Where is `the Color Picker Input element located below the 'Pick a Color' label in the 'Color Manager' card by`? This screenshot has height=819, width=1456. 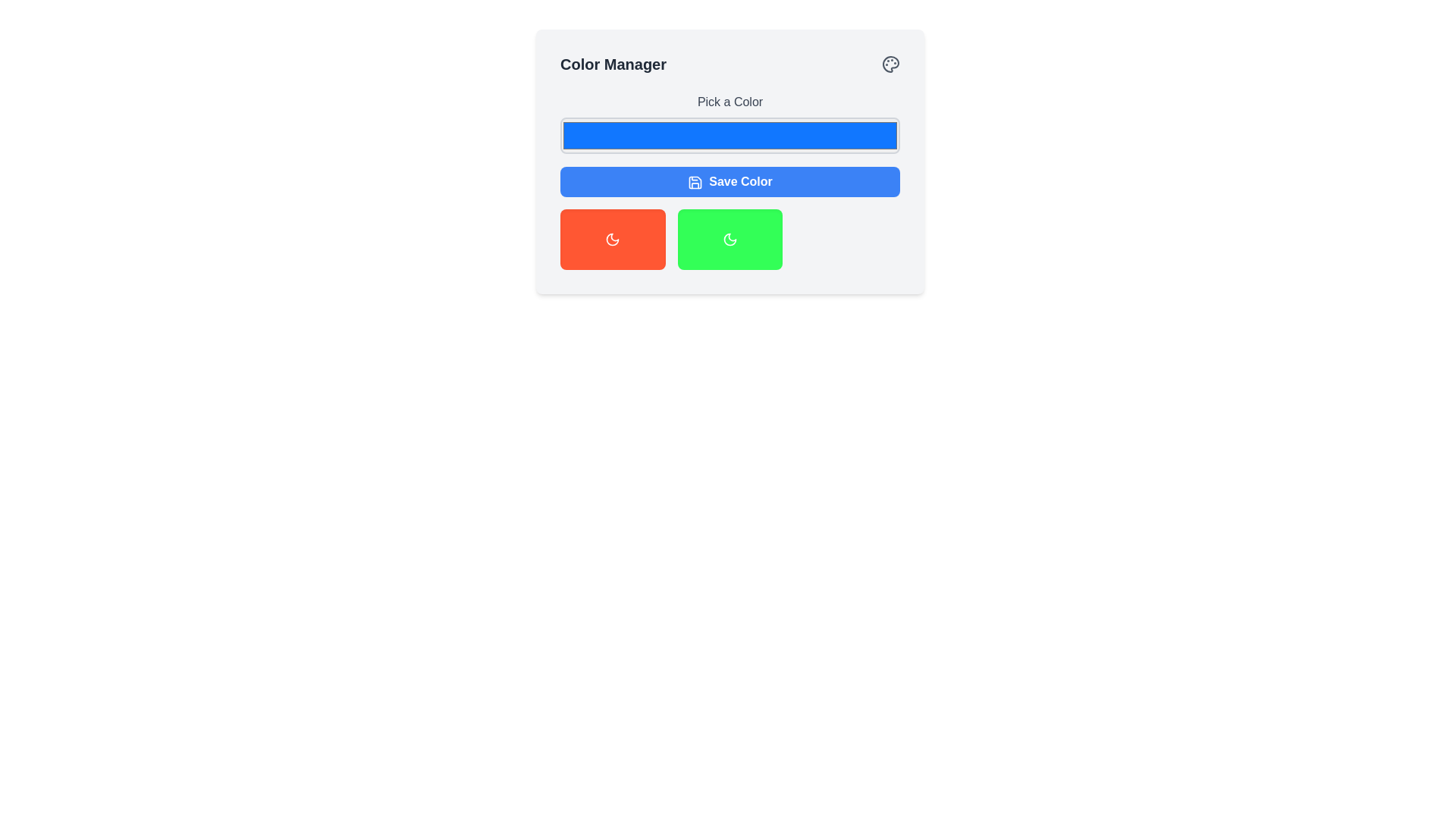
the Color Picker Input element located below the 'Pick a Color' label in the 'Color Manager' card by is located at coordinates (730, 123).